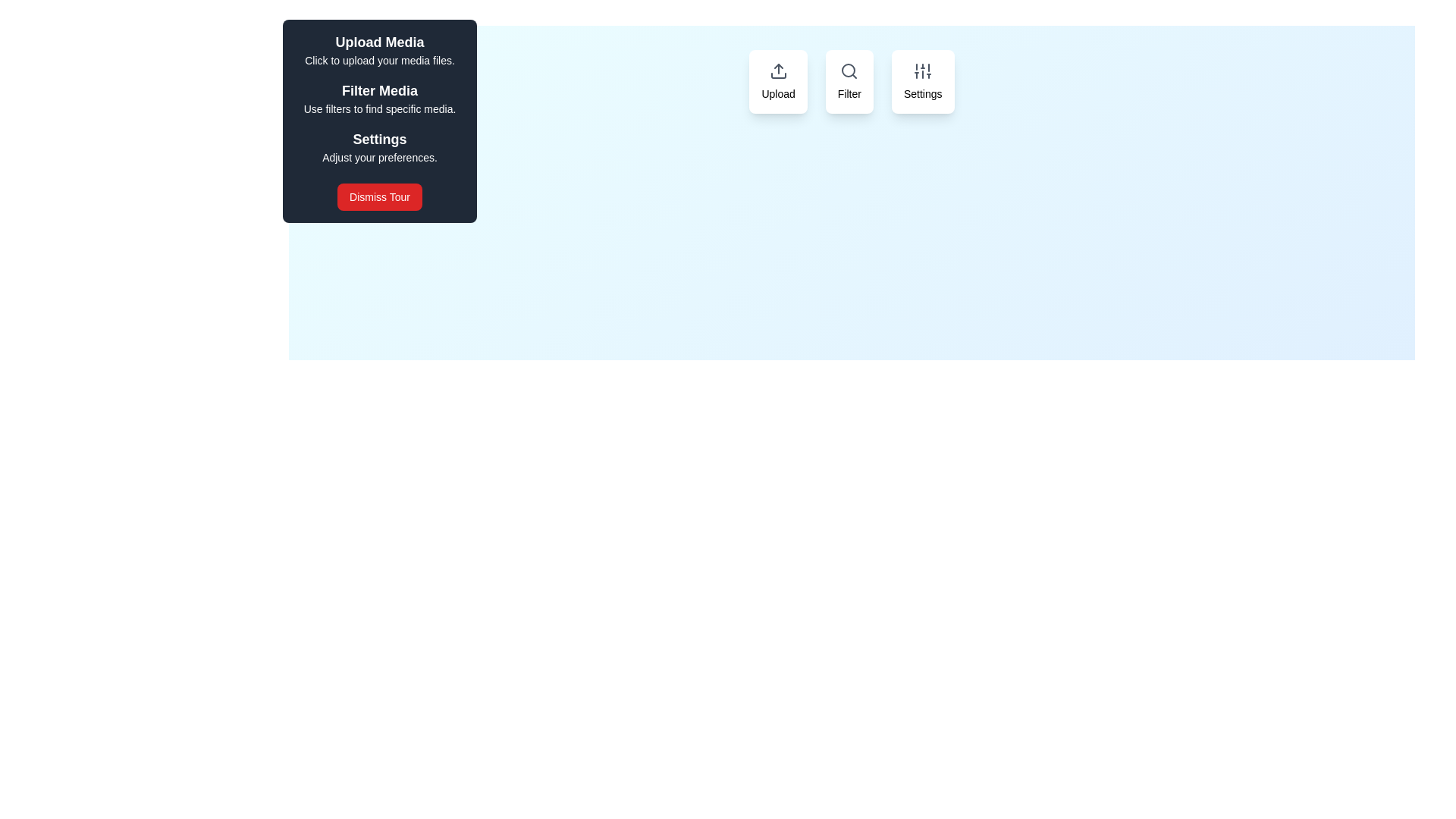  Describe the element at coordinates (379, 90) in the screenshot. I see `the Header Text that introduces the purpose or theme of the content below` at that location.